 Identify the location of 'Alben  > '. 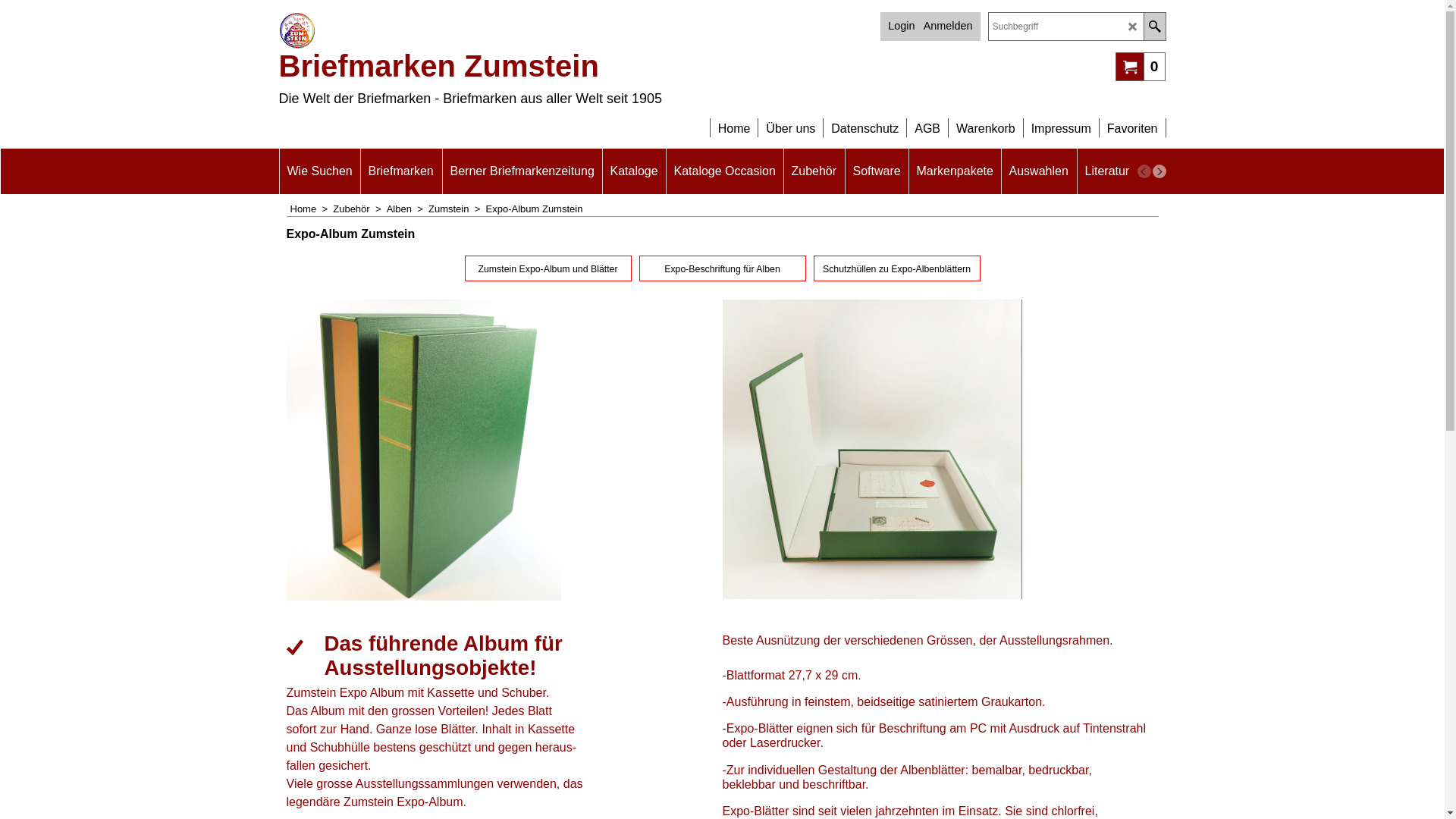
(407, 209).